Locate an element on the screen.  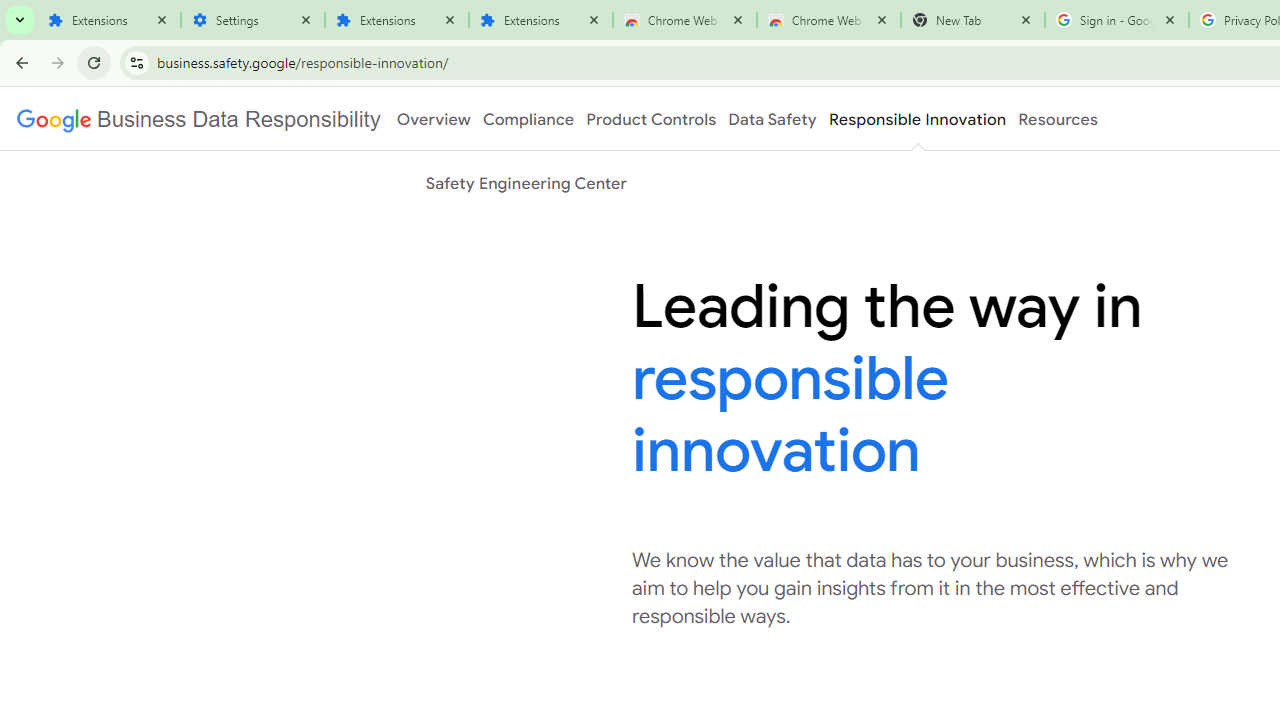
'Back' is located at coordinates (19, 61).